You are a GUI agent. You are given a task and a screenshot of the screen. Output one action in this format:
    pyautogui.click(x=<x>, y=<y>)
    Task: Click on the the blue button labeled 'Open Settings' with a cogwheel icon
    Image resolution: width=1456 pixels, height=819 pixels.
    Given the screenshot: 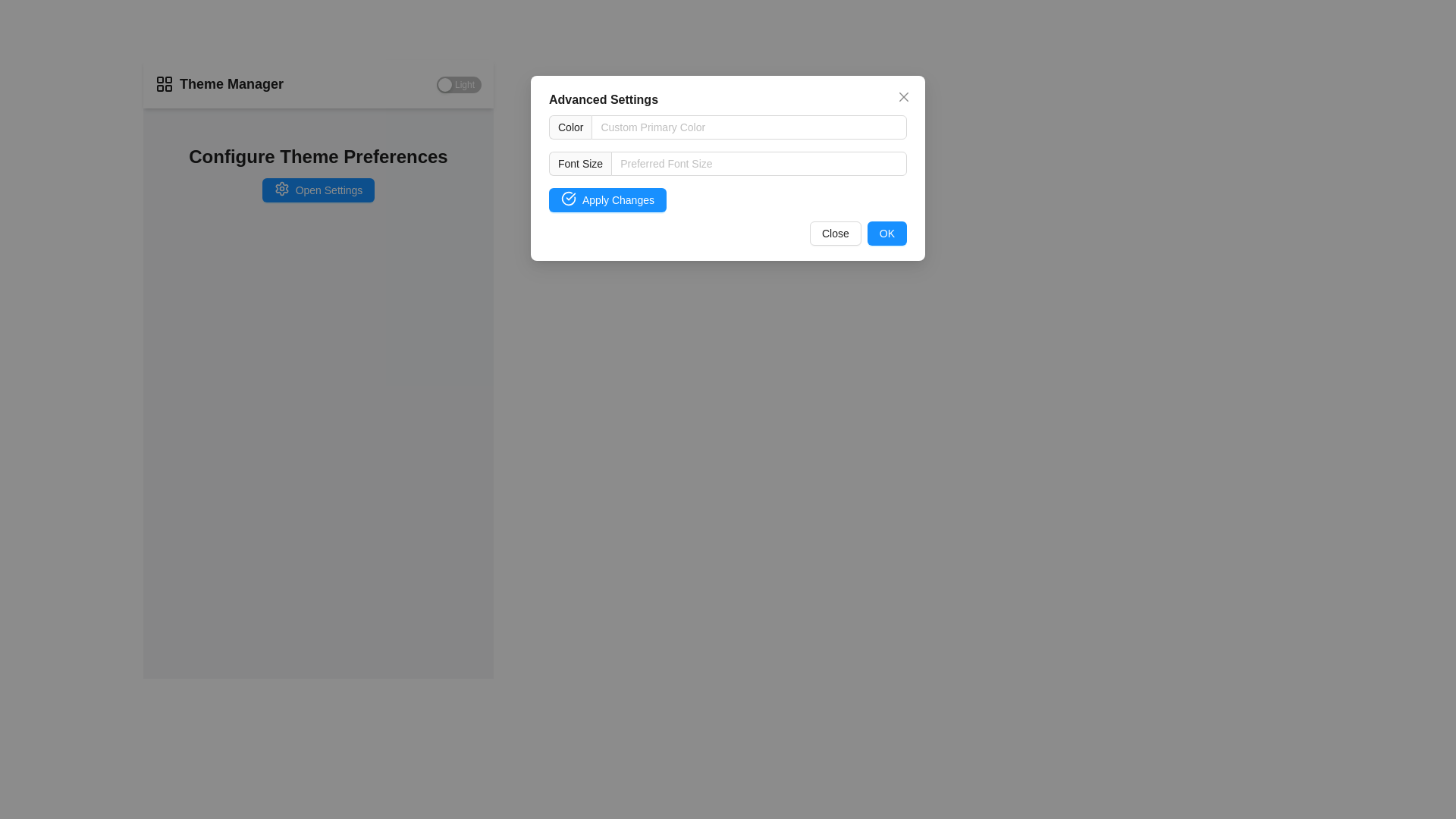 What is the action you would take?
    pyautogui.click(x=318, y=189)
    